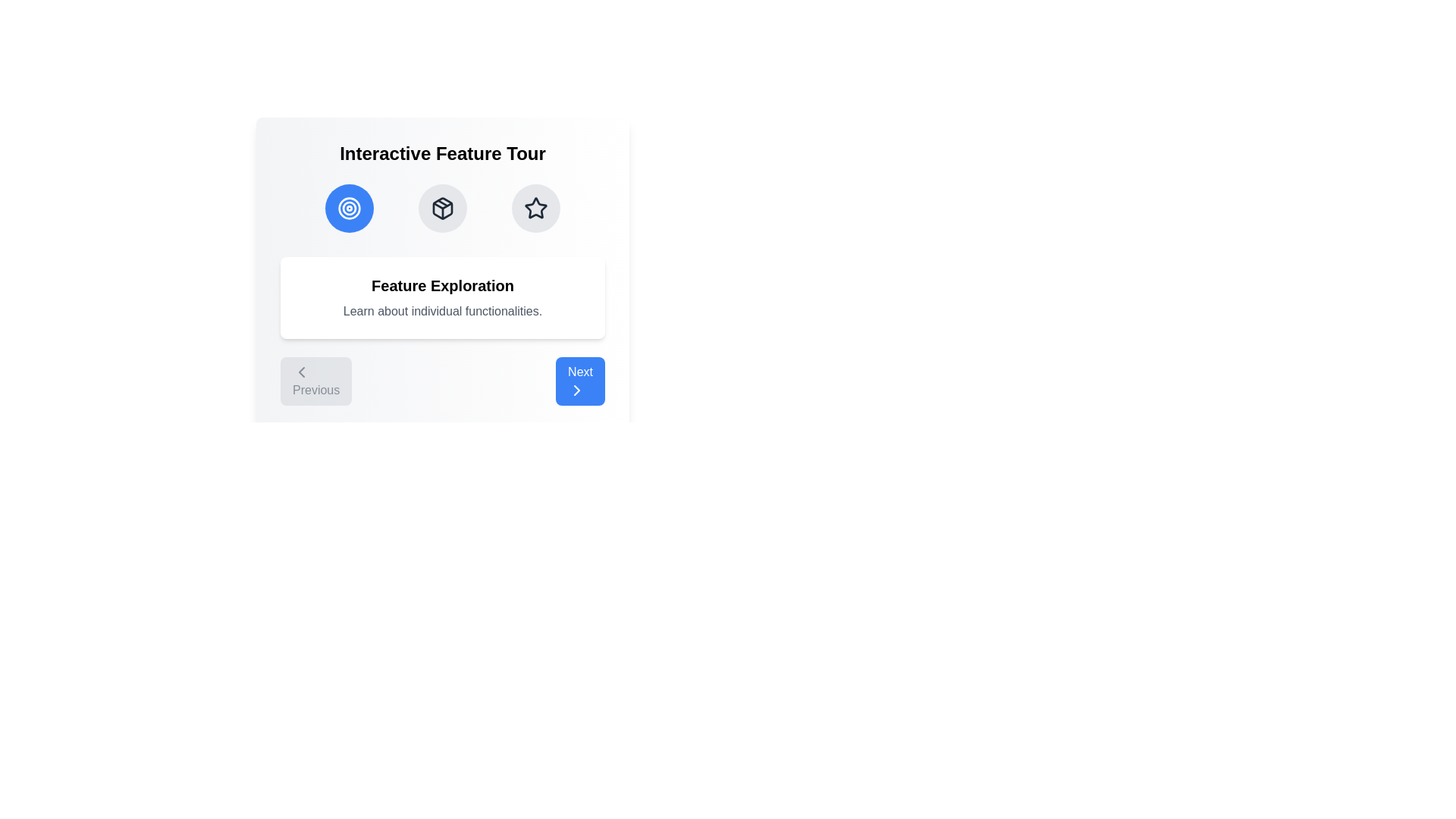  What do you see at coordinates (348, 208) in the screenshot?
I see `the second circle within the bullseye icon, which enhances the visual structure of the target icon, located in the top-left region of the card near the text 'Interactive Feature Tour'` at bounding box center [348, 208].